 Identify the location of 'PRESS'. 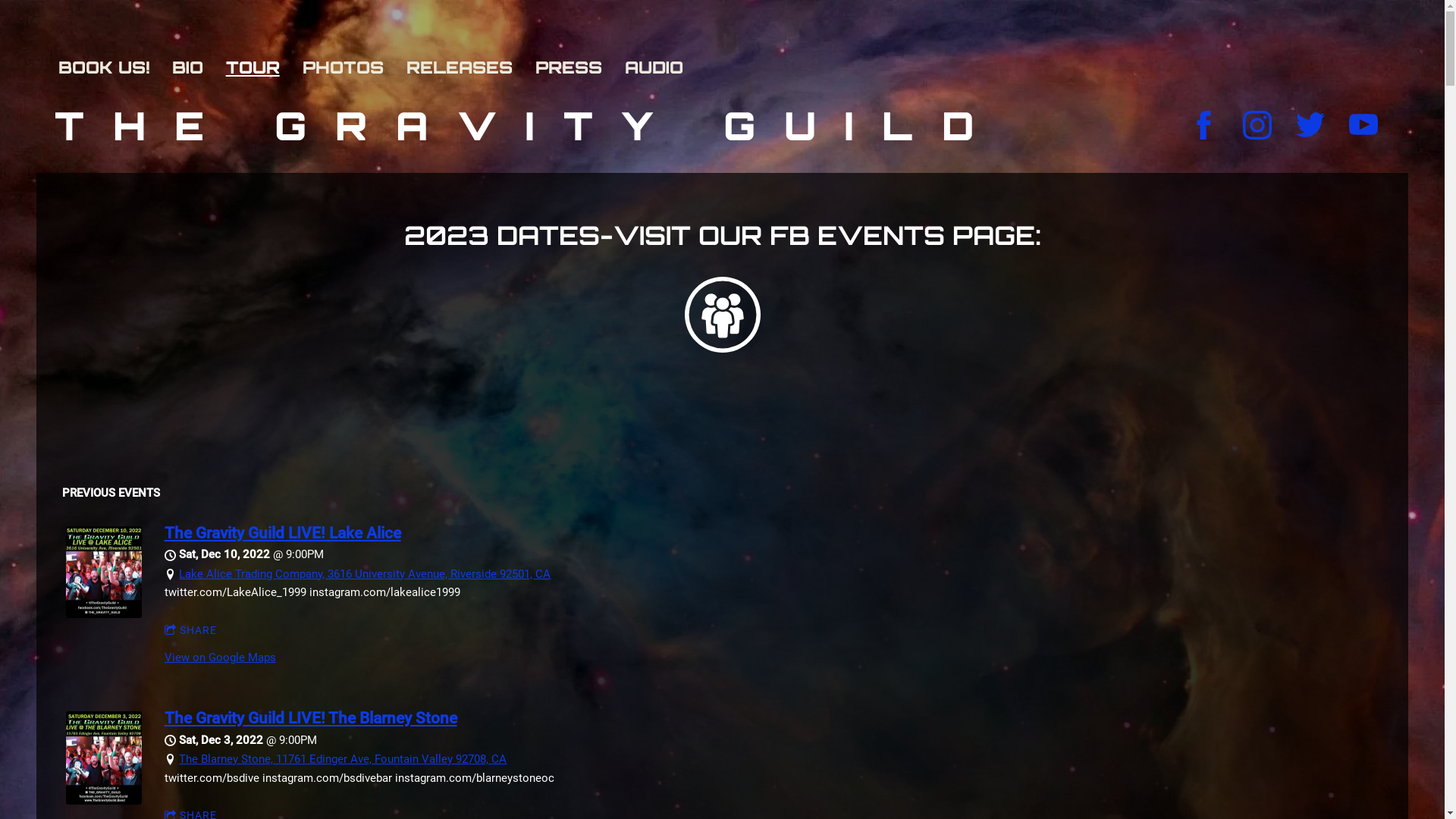
(575, 66).